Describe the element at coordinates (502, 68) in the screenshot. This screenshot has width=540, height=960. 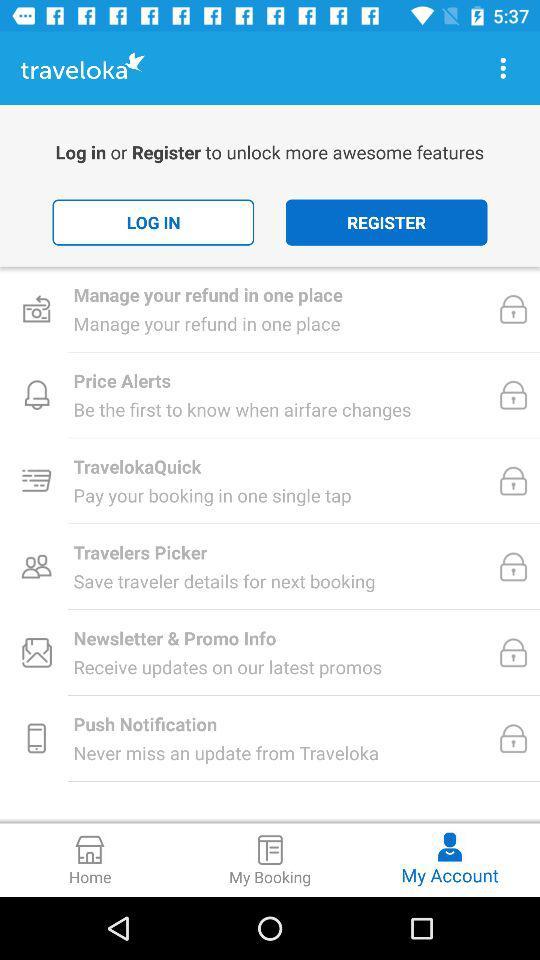
I see `get more information` at that location.